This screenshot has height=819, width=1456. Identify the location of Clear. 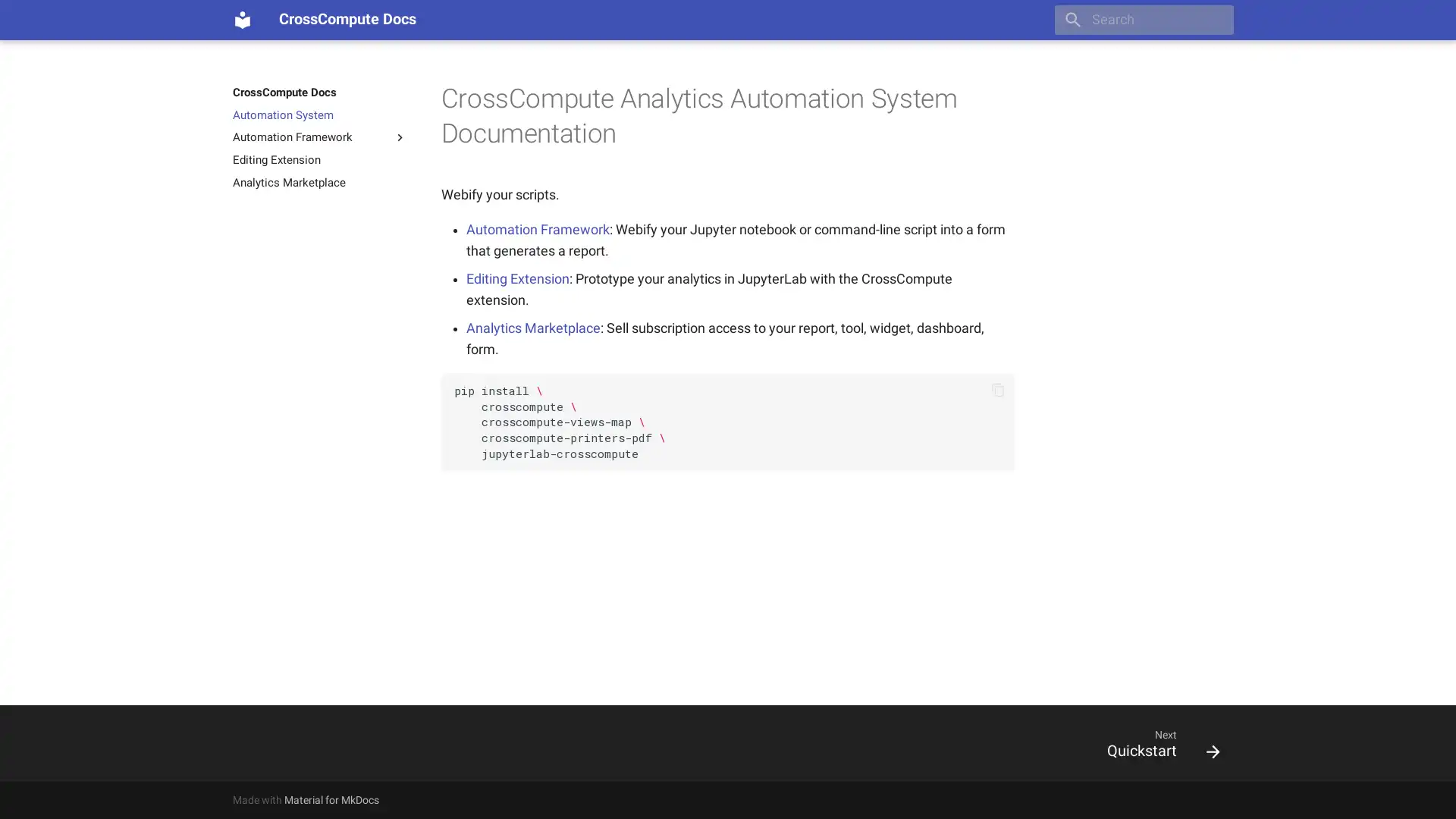
(1215, 20).